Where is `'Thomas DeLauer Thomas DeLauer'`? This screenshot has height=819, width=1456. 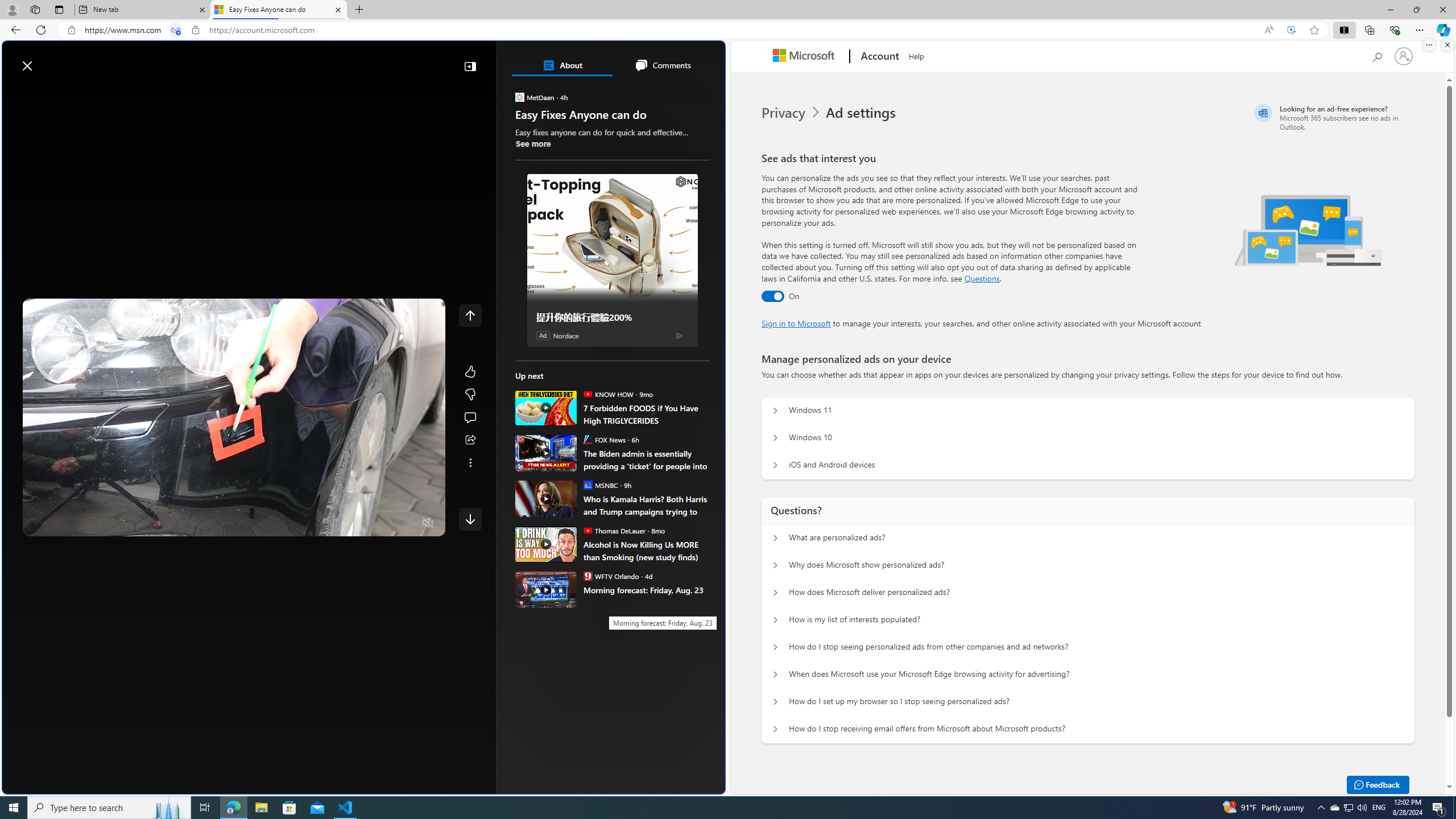
'Thomas DeLauer Thomas DeLauer' is located at coordinates (614, 530).